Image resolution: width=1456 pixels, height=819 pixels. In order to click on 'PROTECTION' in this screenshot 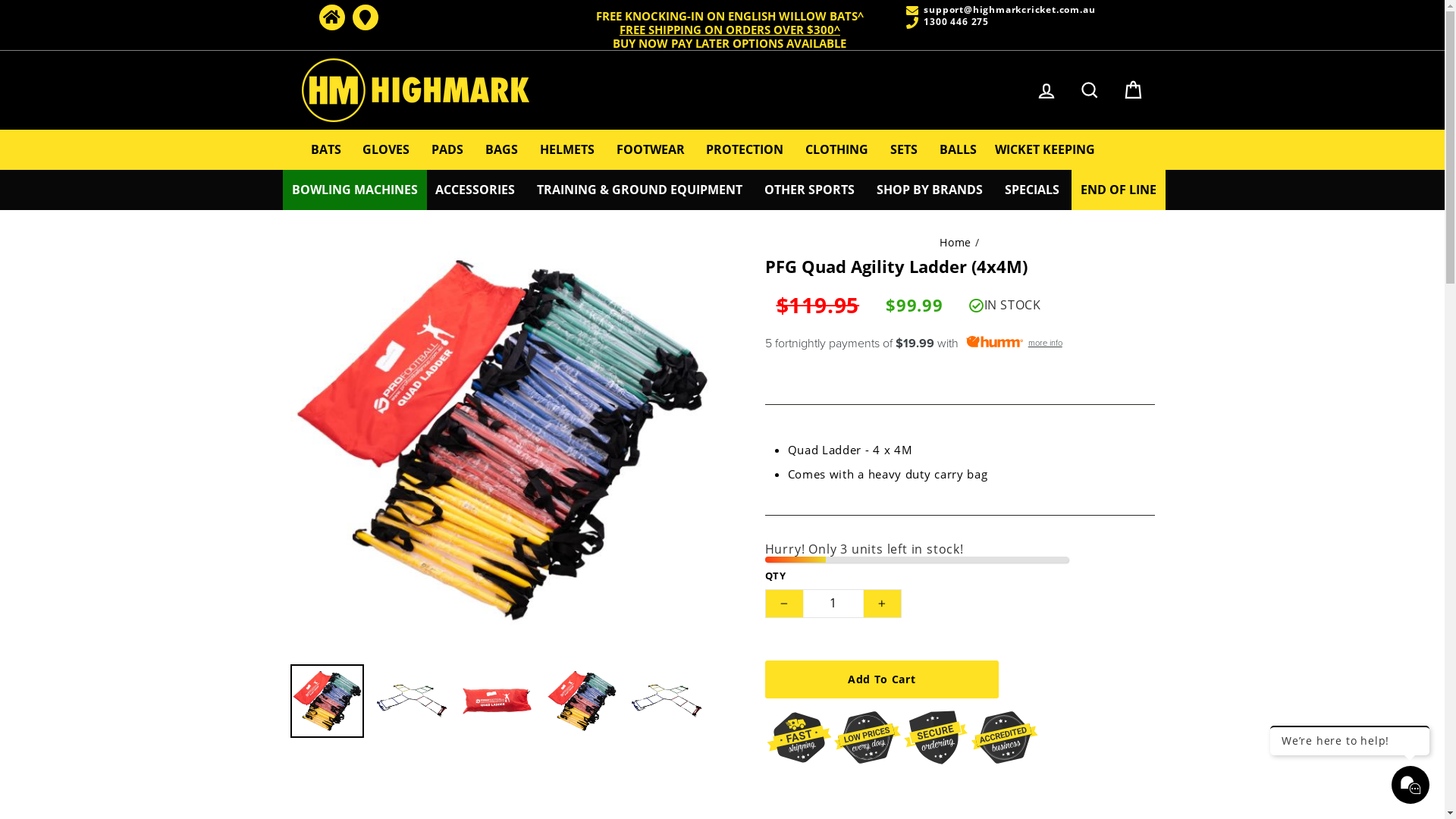, I will do `click(745, 149)`.